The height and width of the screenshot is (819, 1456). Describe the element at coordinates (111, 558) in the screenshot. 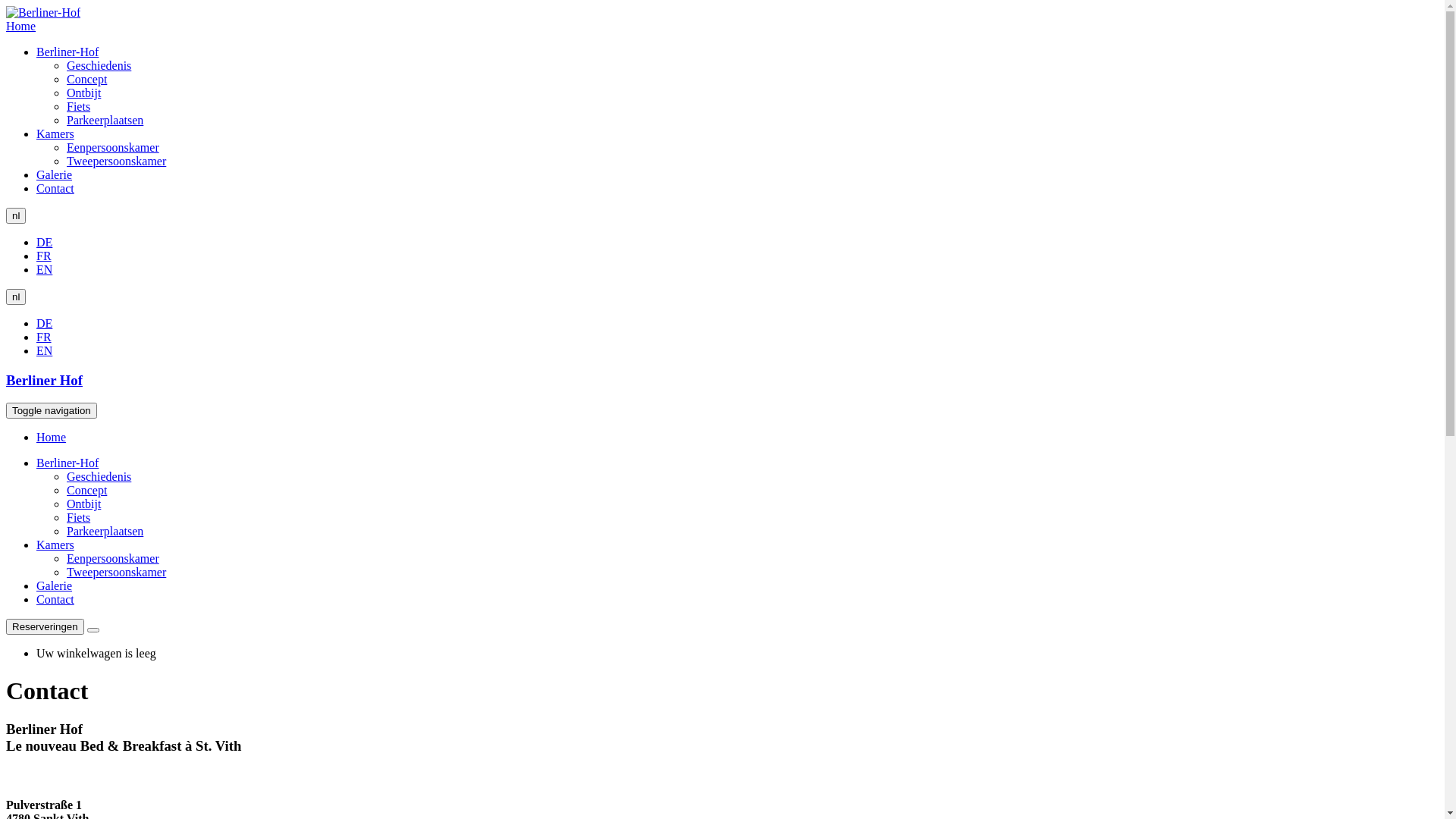

I see `'Eenpersoonskamer'` at that location.